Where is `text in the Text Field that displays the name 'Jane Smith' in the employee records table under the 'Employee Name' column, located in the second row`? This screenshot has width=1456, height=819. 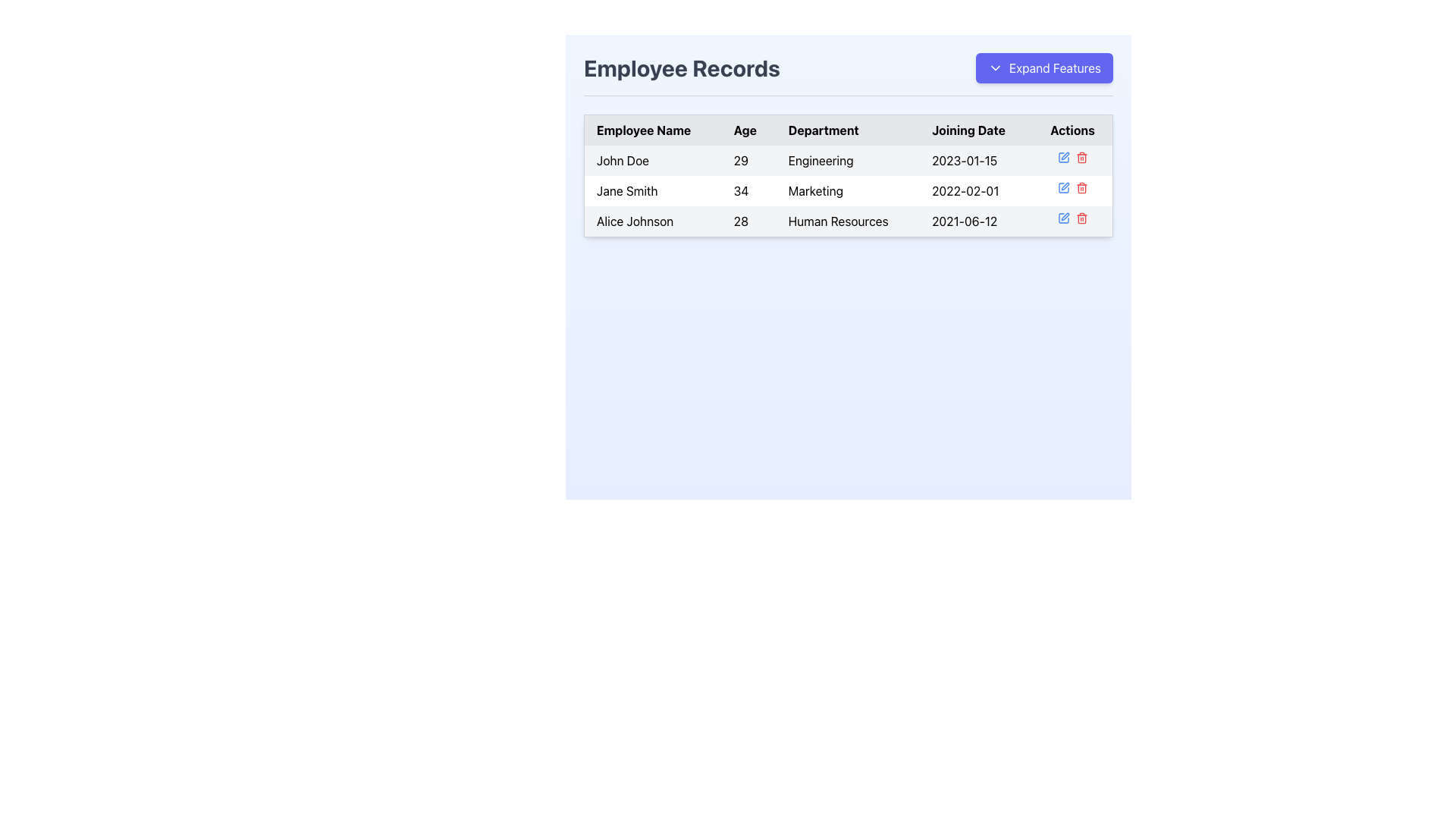
text in the Text Field that displays the name 'Jane Smith' in the employee records table under the 'Employee Name' column, located in the second row is located at coordinates (653, 190).